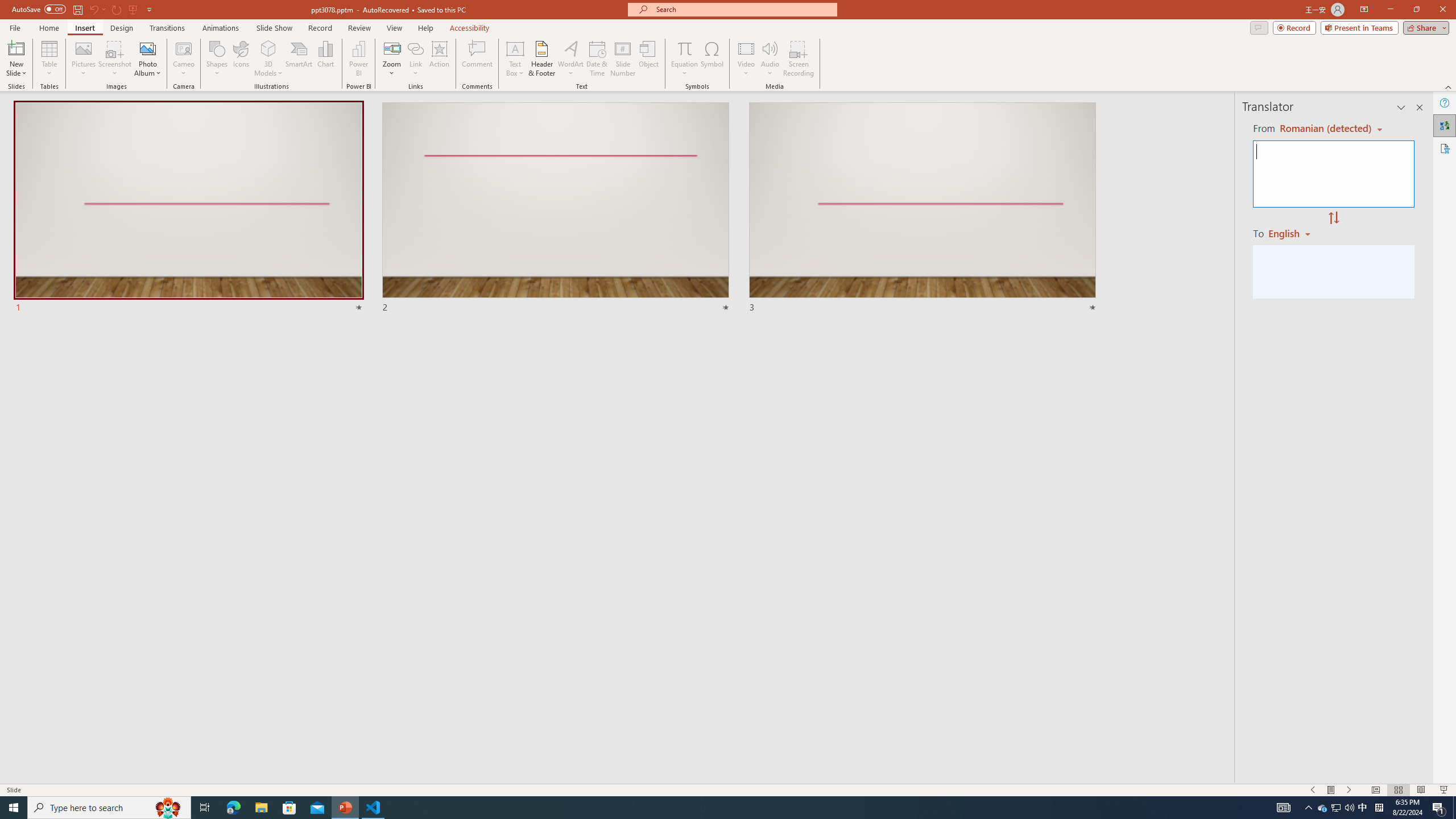 Image resolution: width=1456 pixels, height=819 pixels. I want to click on 'Menu On', so click(1331, 790).